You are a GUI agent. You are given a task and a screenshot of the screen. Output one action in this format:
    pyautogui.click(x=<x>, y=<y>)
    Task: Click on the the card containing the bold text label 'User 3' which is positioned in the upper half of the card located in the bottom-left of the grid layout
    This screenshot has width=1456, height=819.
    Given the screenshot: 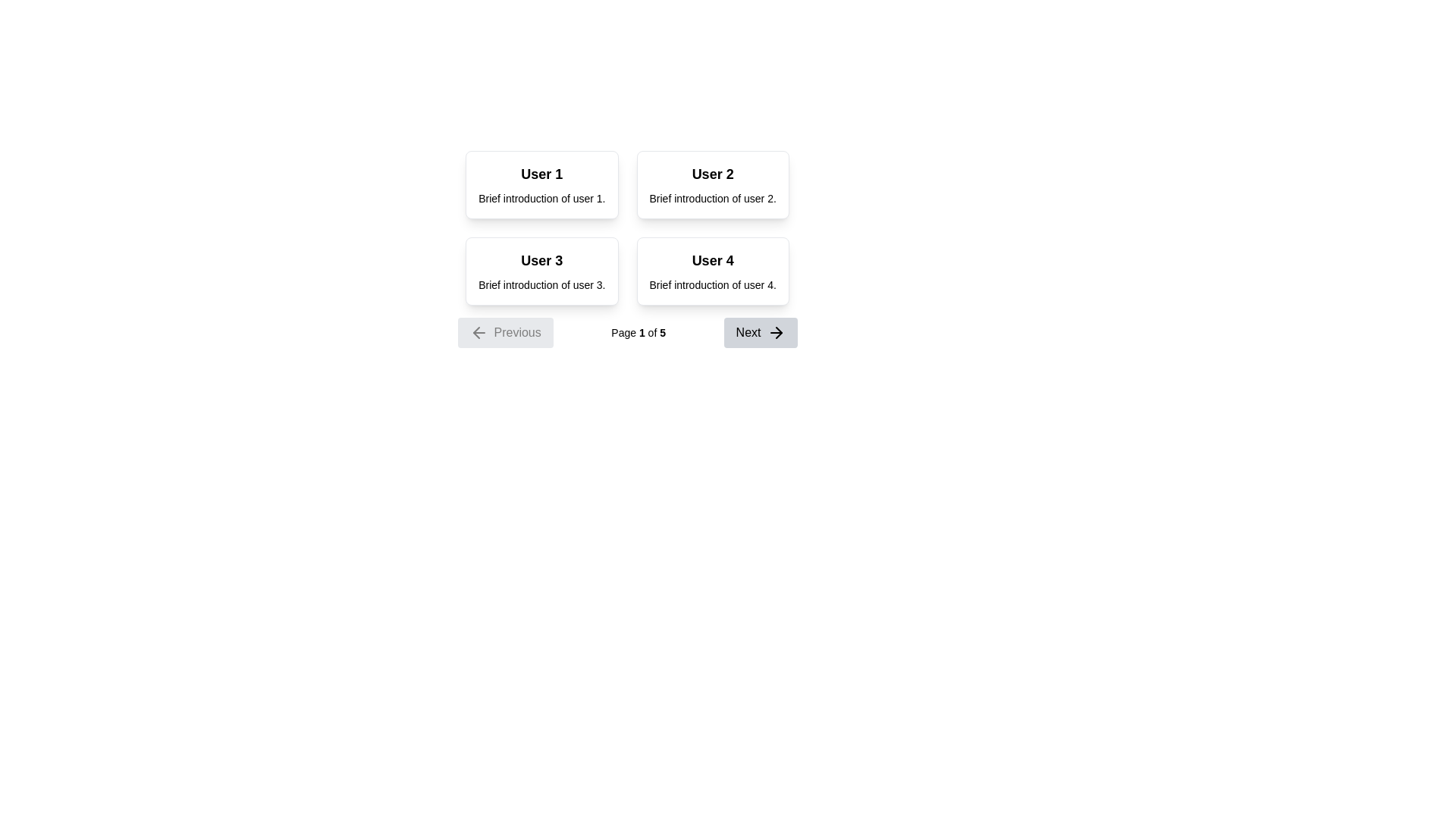 What is the action you would take?
    pyautogui.click(x=541, y=259)
    